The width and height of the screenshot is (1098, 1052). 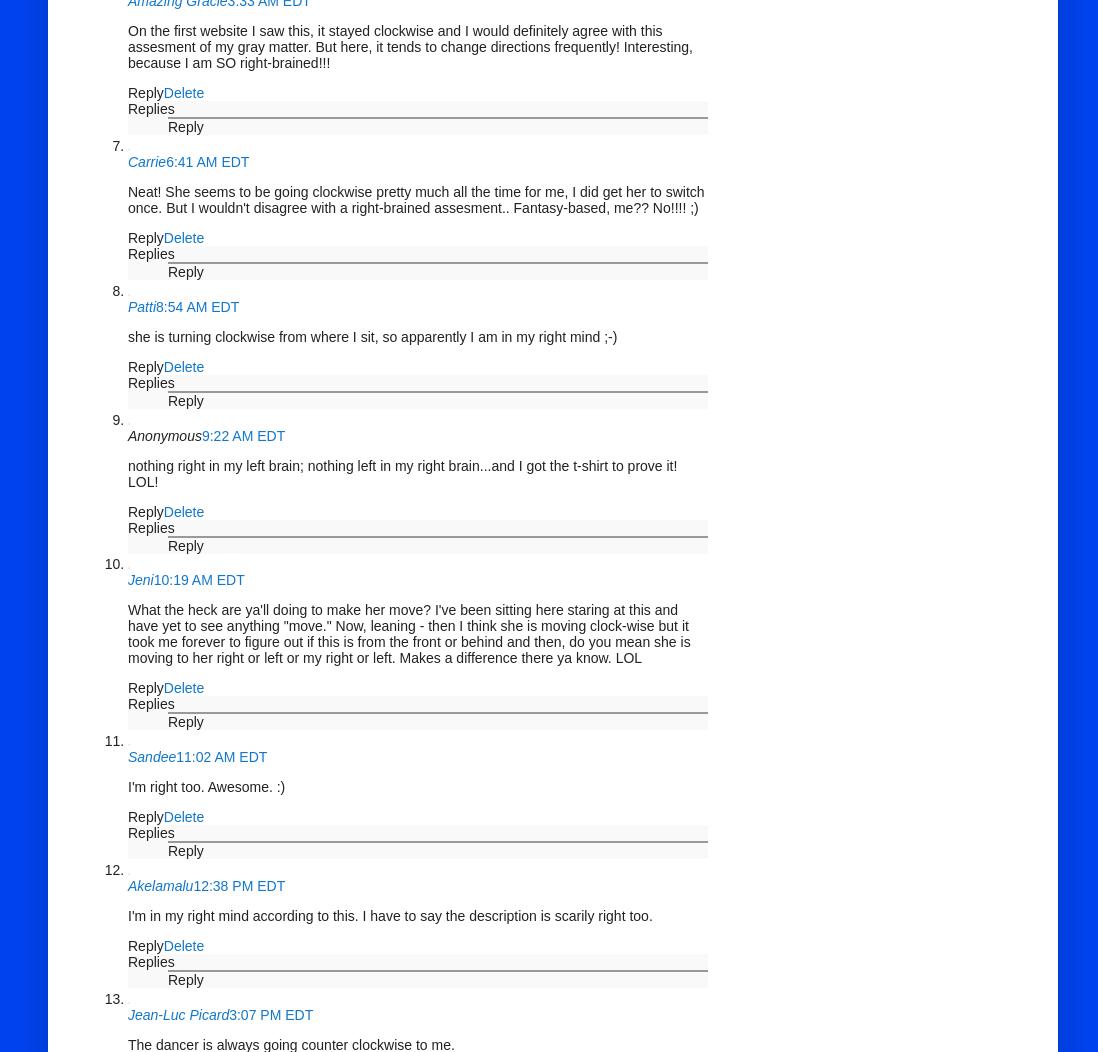 What do you see at coordinates (238, 885) in the screenshot?
I see `'12:38 PM EDT'` at bounding box center [238, 885].